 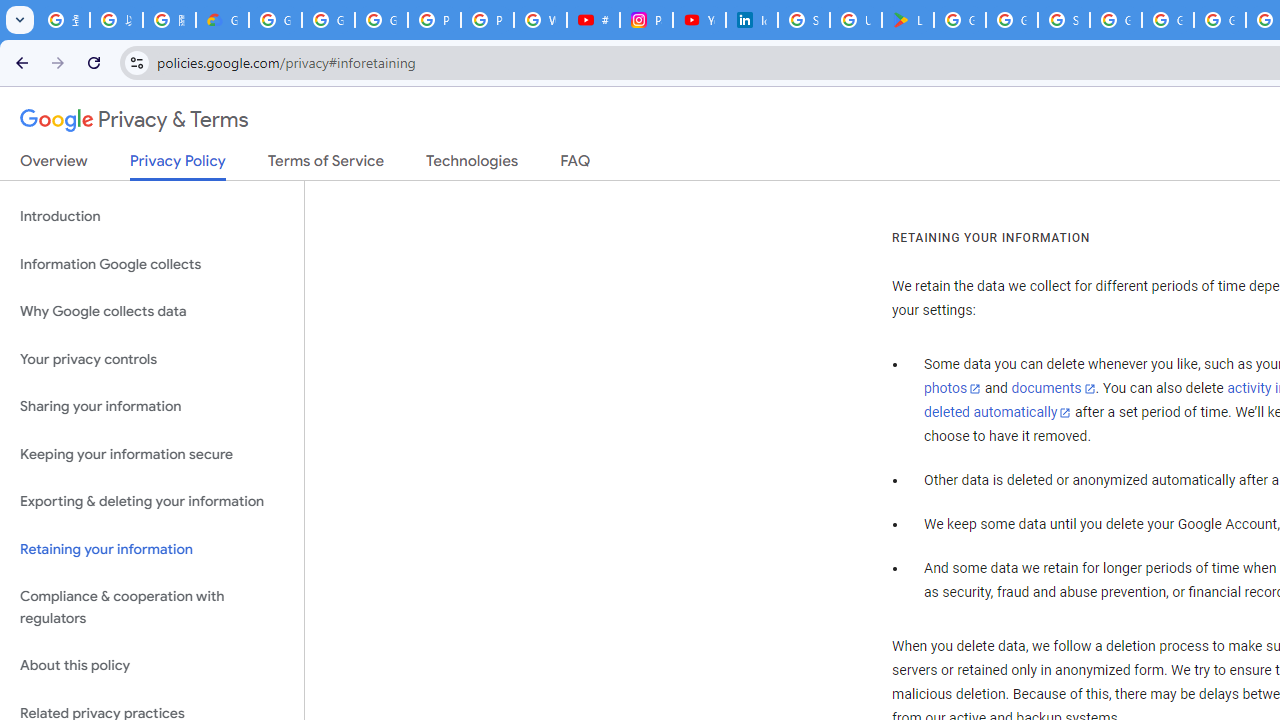 I want to click on 'Introduction', so click(x=151, y=217).